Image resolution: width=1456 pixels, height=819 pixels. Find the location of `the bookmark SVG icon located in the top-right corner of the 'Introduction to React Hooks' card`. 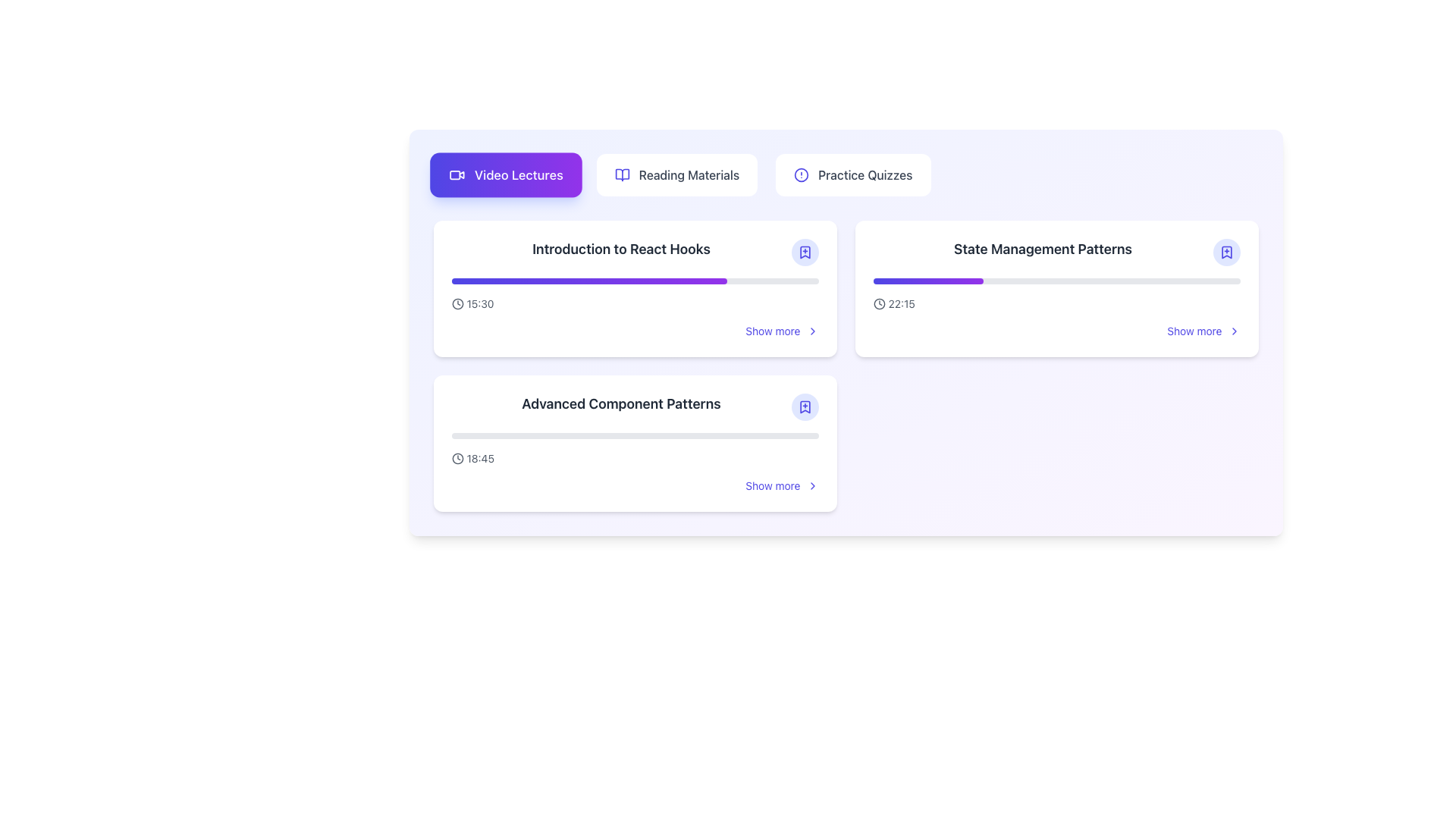

the bookmark SVG icon located in the top-right corner of the 'Introduction to React Hooks' card is located at coordinates (804, 251).